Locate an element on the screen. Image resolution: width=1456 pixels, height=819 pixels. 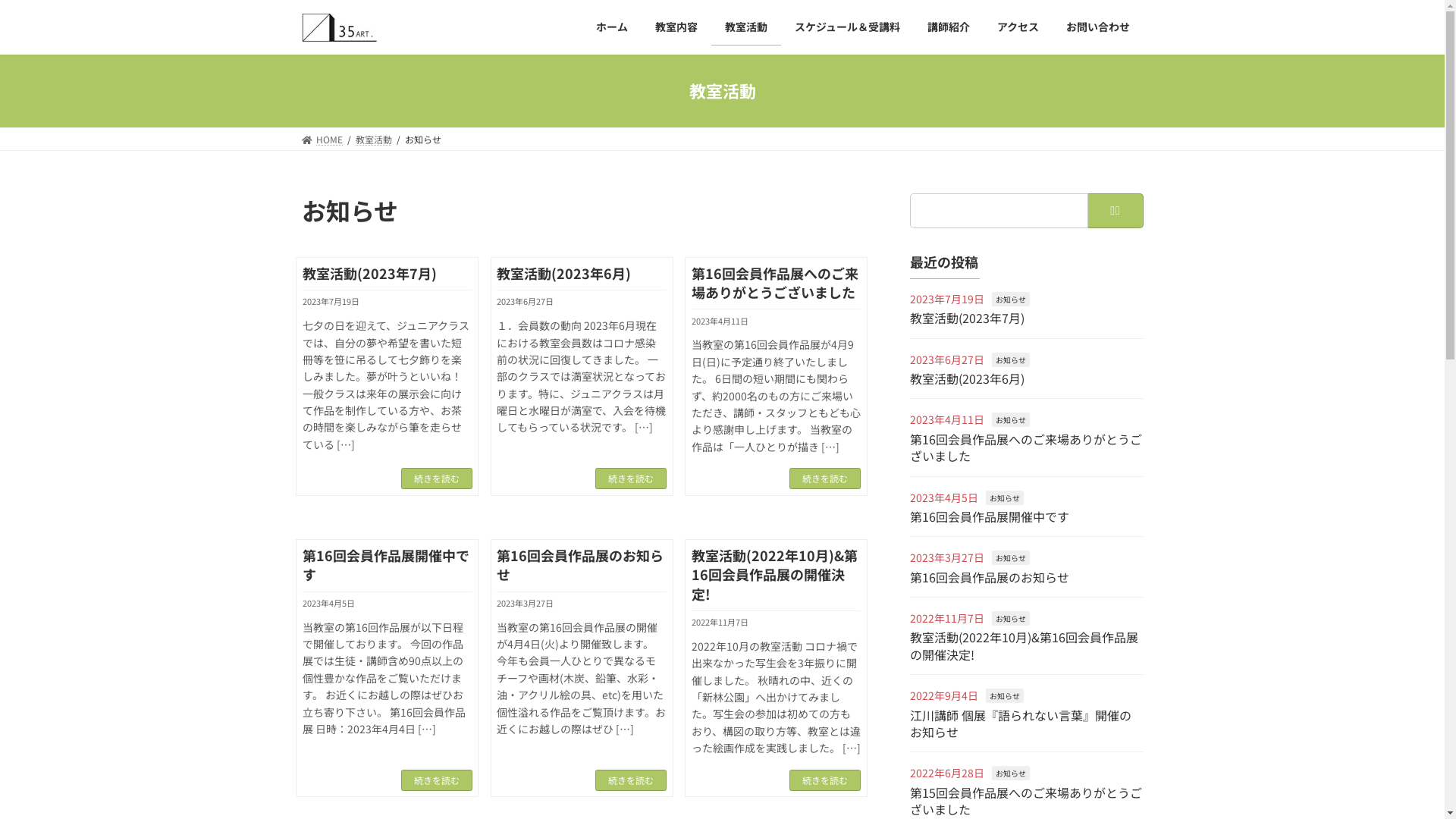
'HOME' is located at coordinates (322, 139).